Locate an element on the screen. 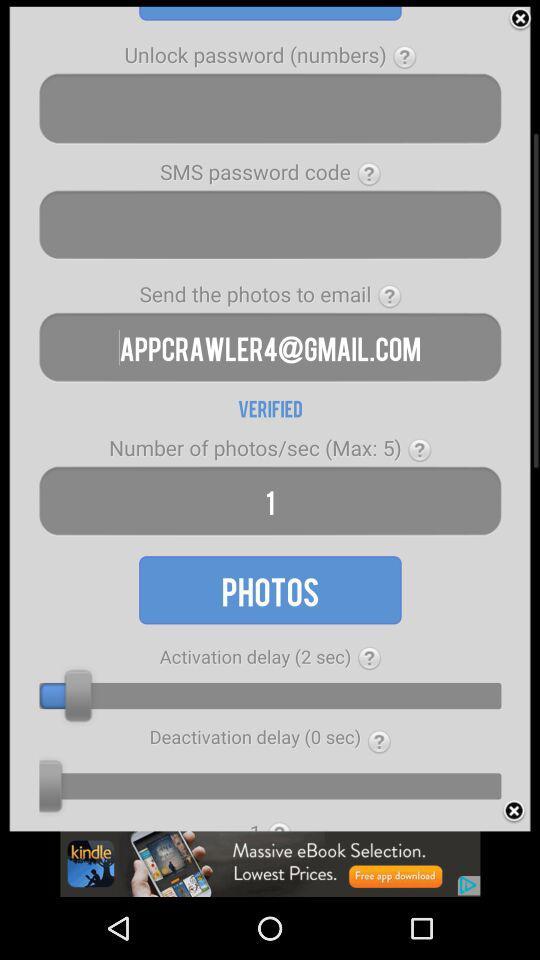  the question mark icon on right side of numeric 5 is located at coordinates (418, 450).